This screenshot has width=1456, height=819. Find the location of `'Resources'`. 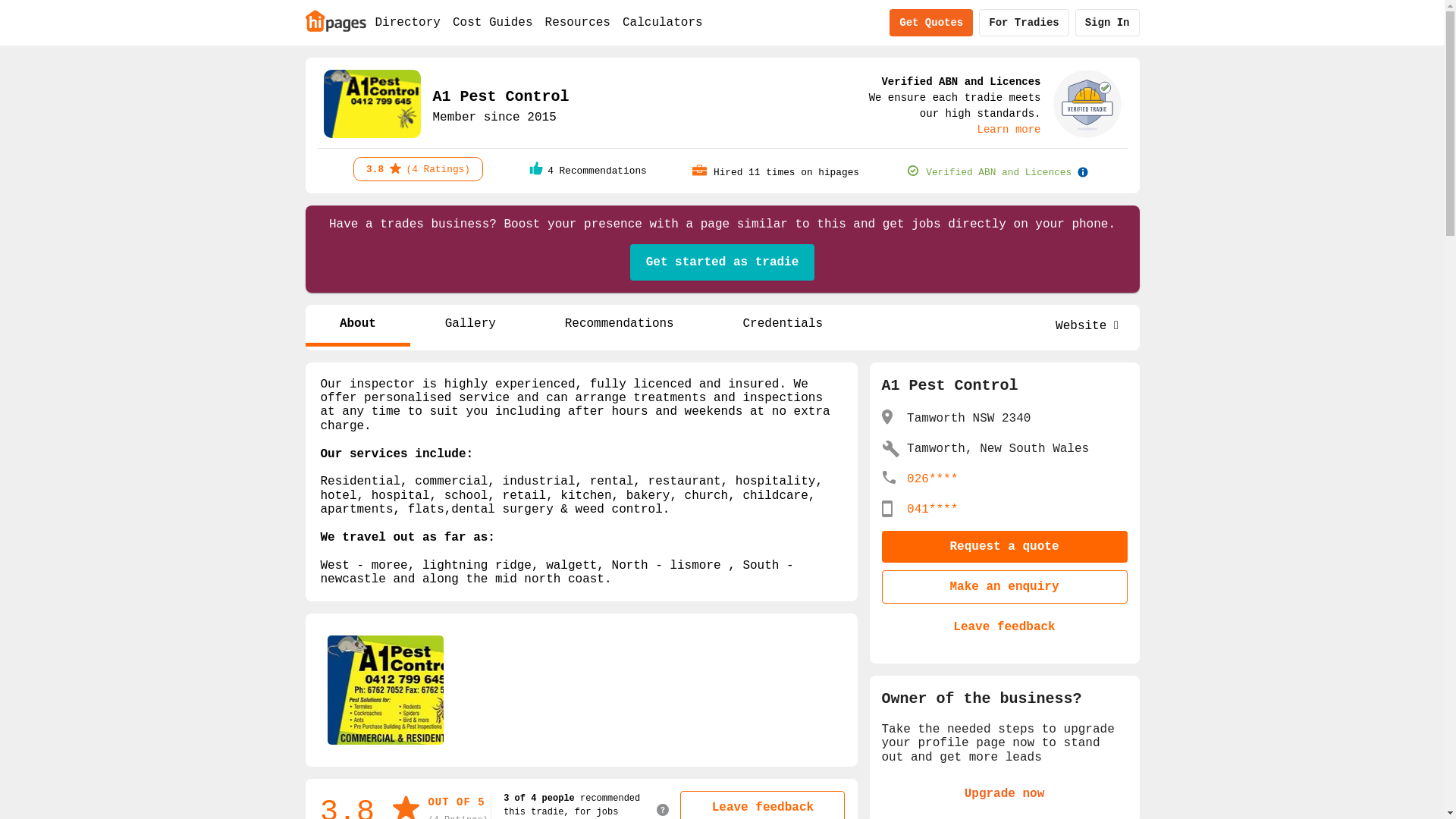

'Resources' is located at coordinates (577, 23).